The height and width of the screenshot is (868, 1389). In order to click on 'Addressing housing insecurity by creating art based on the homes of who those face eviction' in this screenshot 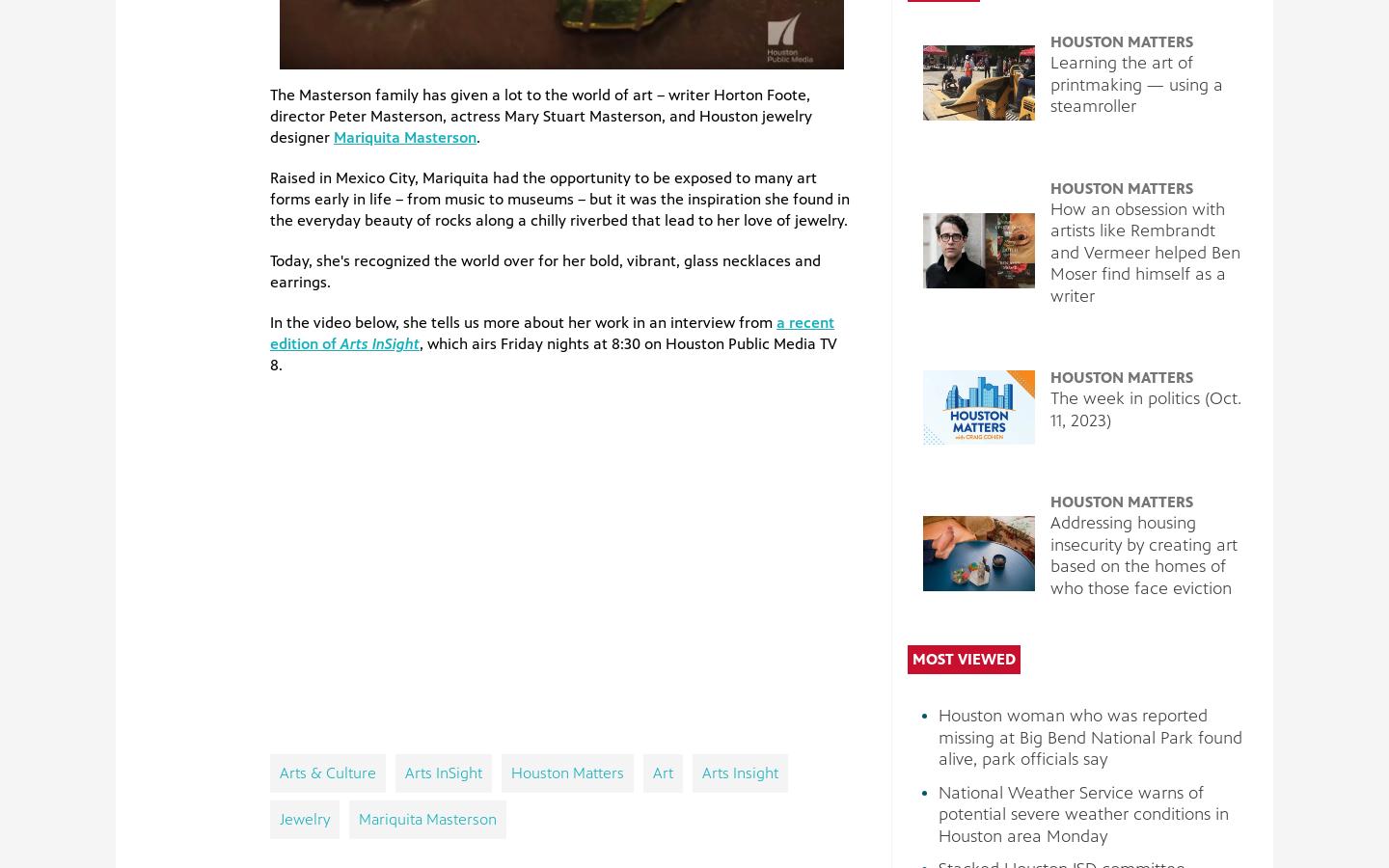, I will do `click(1049, 555)`.